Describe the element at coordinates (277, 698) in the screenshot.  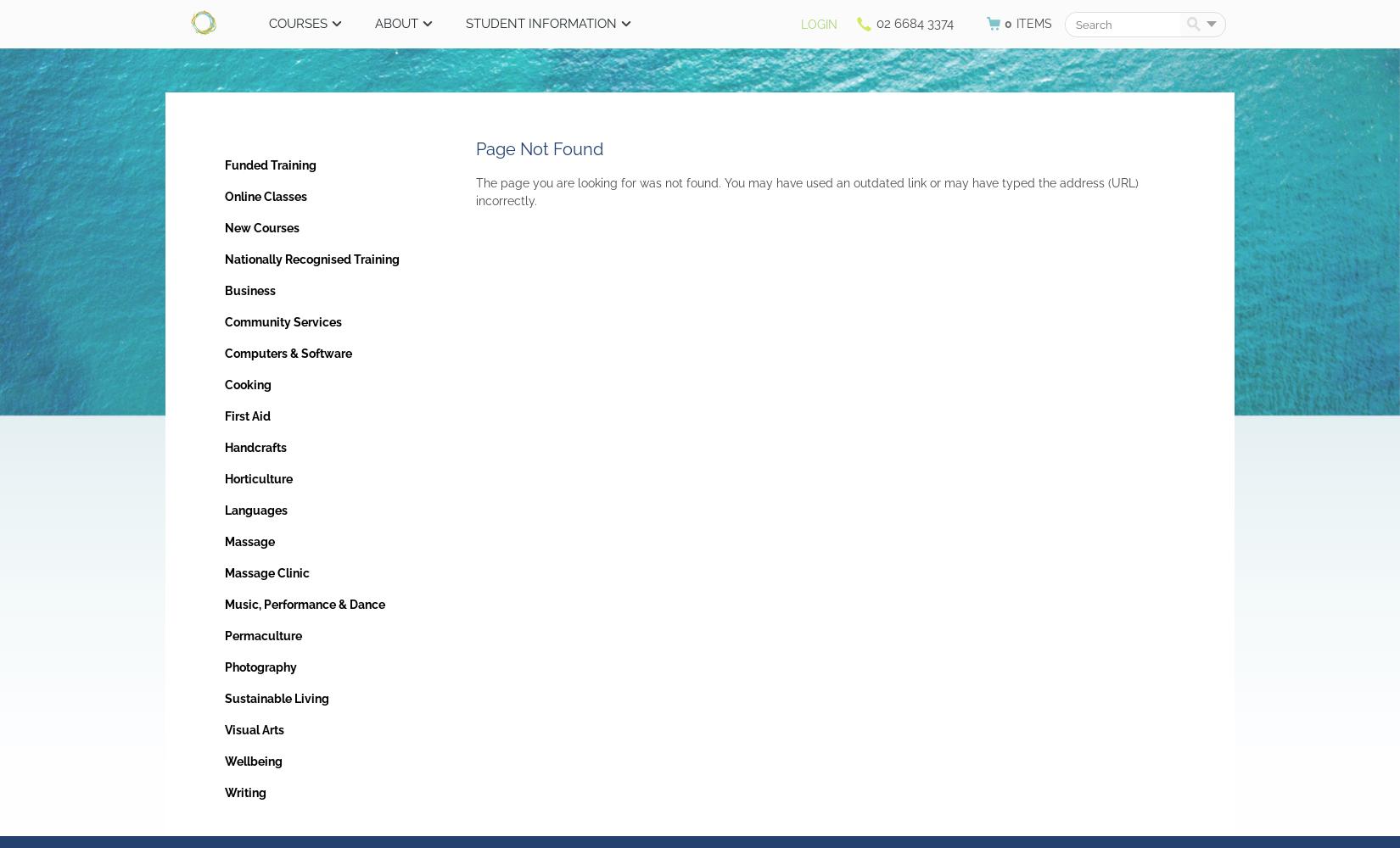
I see `'Sustainable Living'` at that location.